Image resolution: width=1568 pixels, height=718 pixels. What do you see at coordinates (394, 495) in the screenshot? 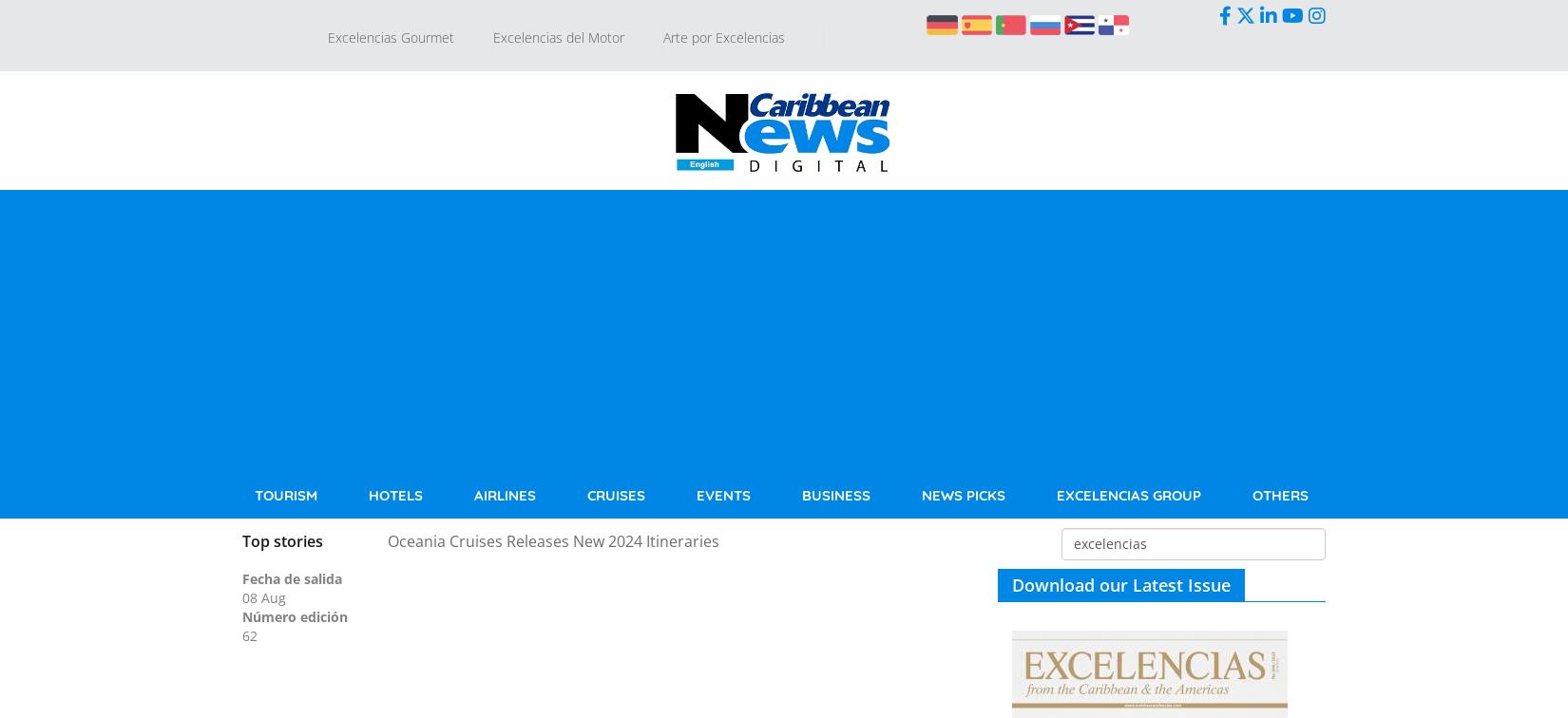
I see `'Hotels'` at bounding box center [394, 495].